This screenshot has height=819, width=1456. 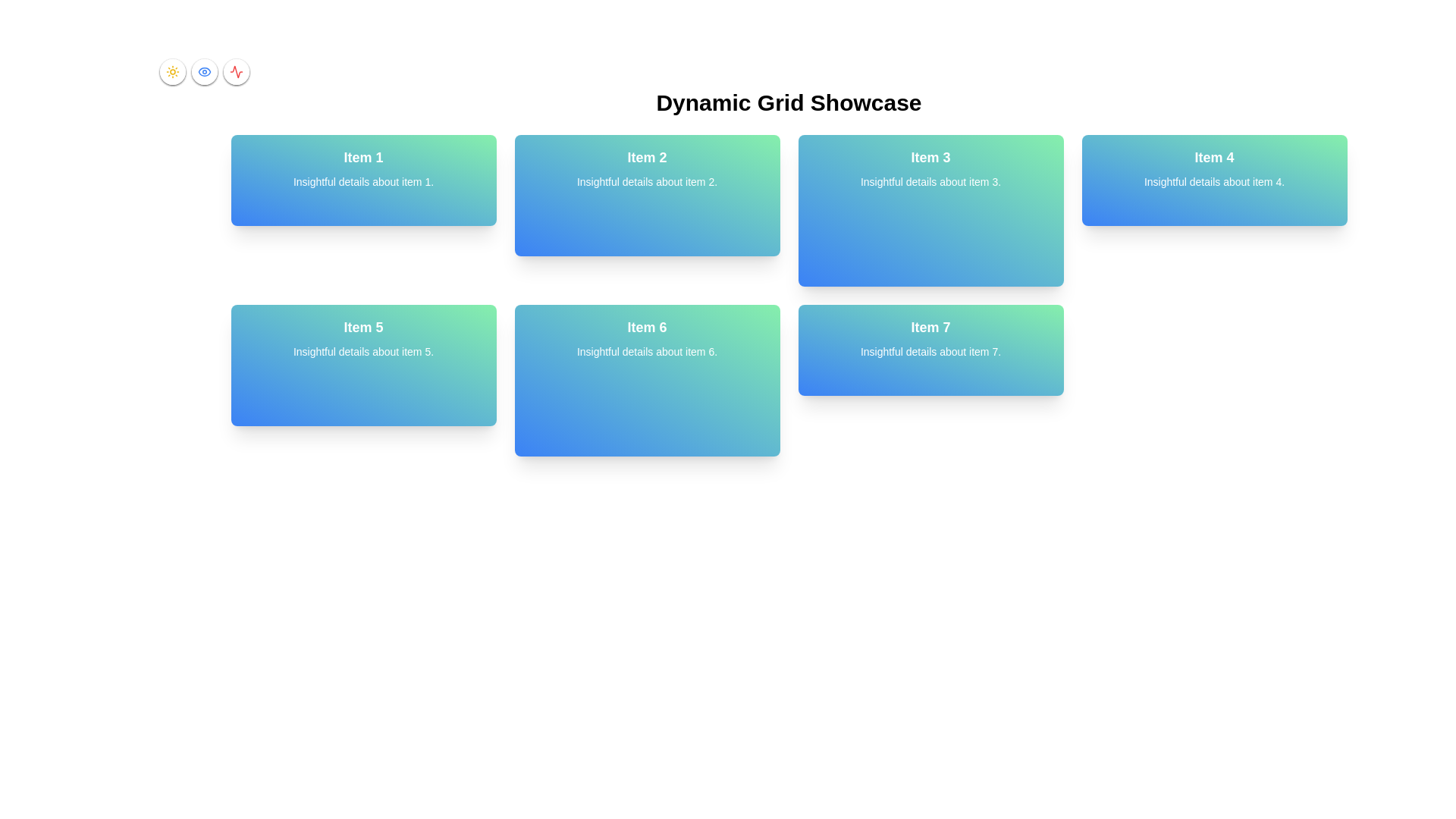 I want to click on the static text element that provides additional information about 'Item 4', located in the lower section of the card in the top row, fourth from the left, so click(x=1214, y=180).